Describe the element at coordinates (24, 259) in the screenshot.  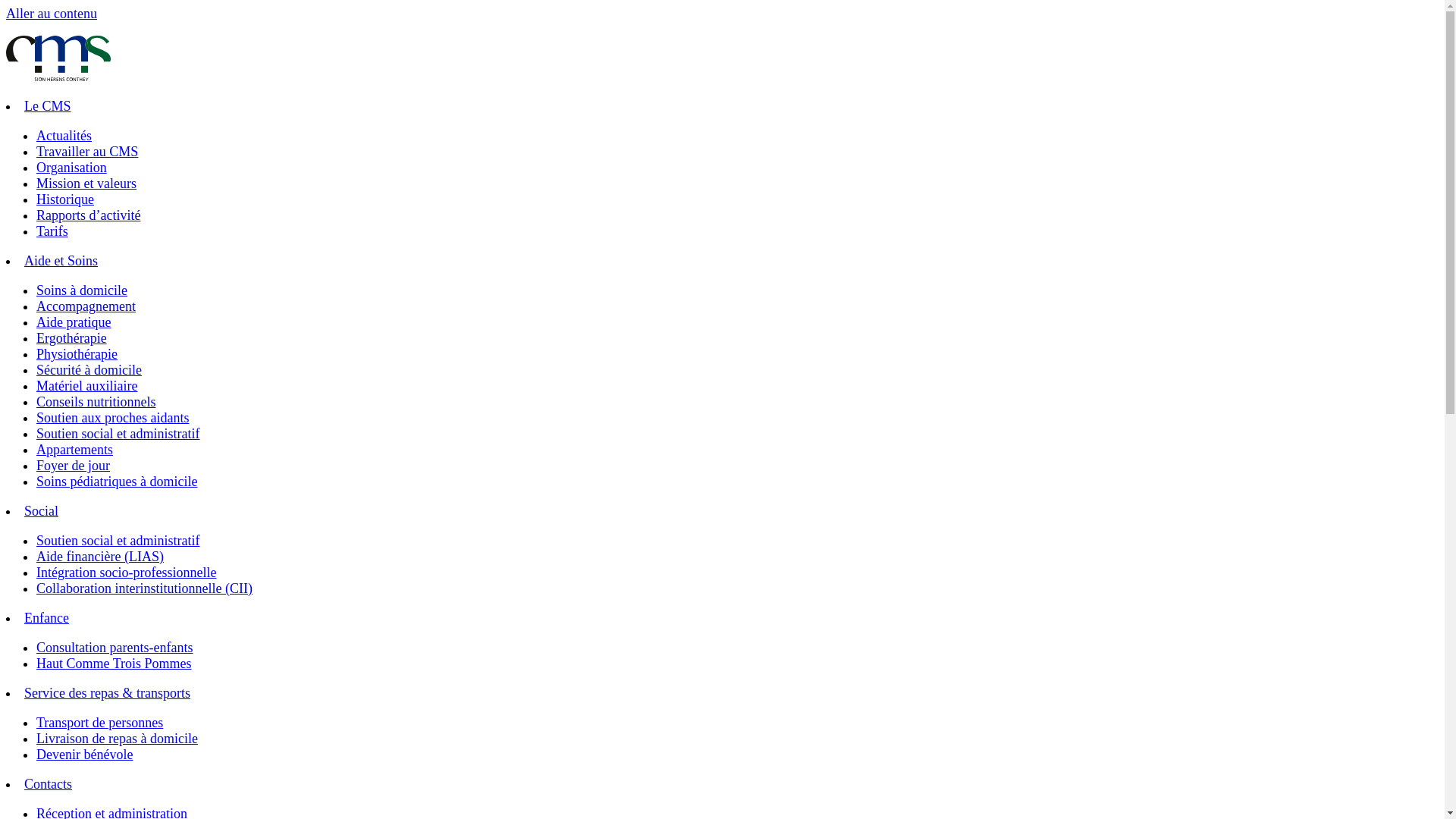
I see `'Aide et Soins'` at that location.